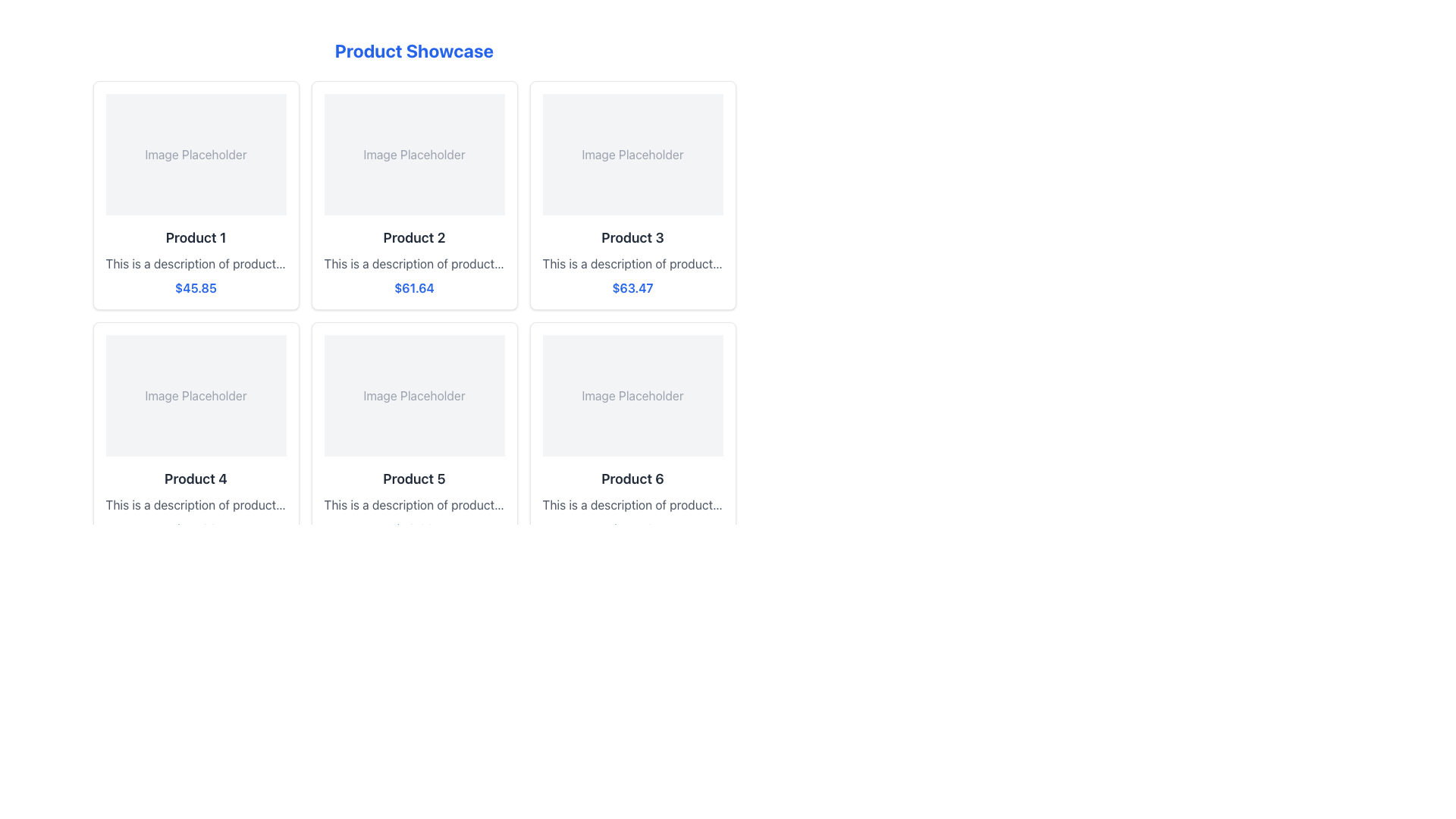  What do you see at coordinates (414, 505) in the screenshot?
I see `text element displaying the description 'This is a description of product 5.' located beneath the title in the card for 'Product 5'` at bounding box center [414, 505].